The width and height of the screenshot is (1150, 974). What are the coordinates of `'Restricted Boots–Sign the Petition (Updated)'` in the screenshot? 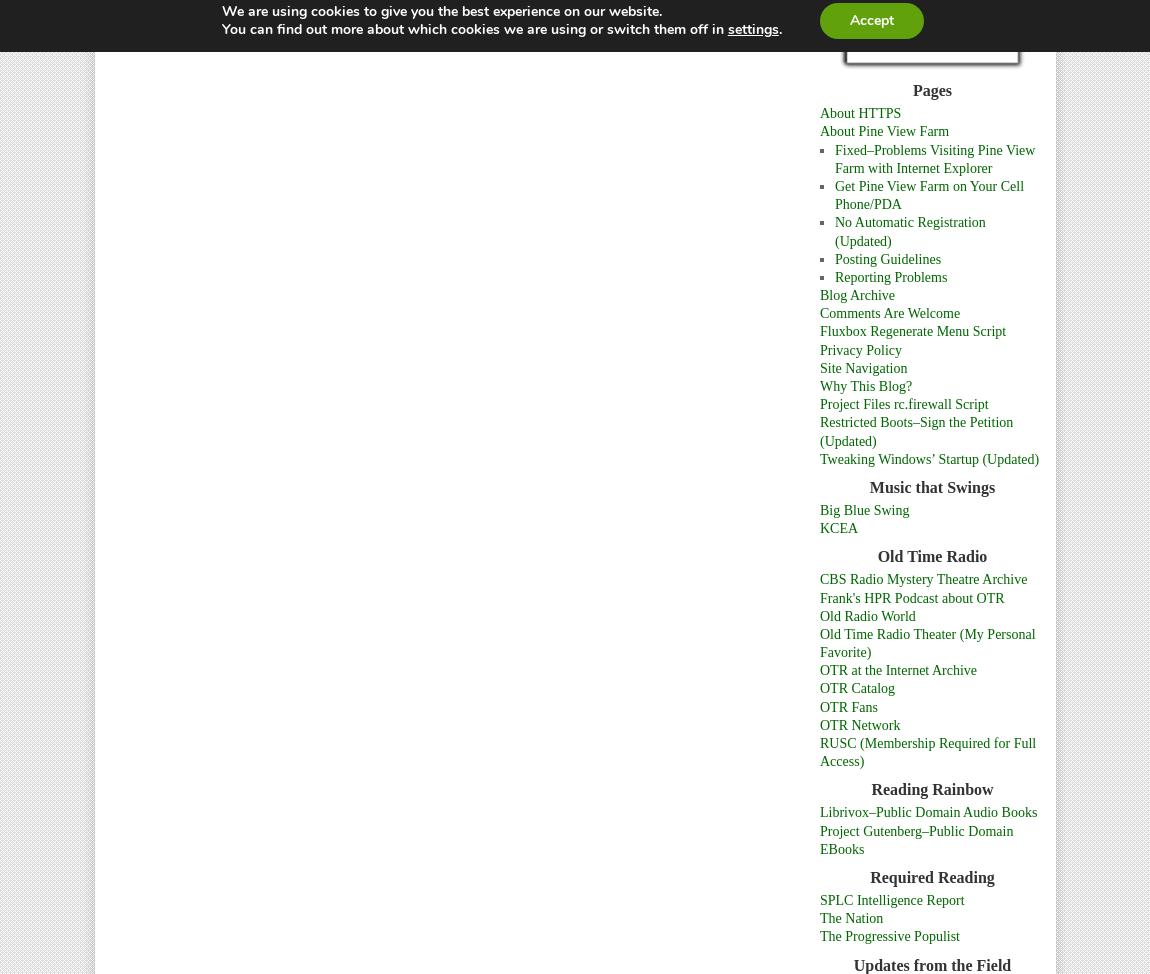 It's located at (916, 430).